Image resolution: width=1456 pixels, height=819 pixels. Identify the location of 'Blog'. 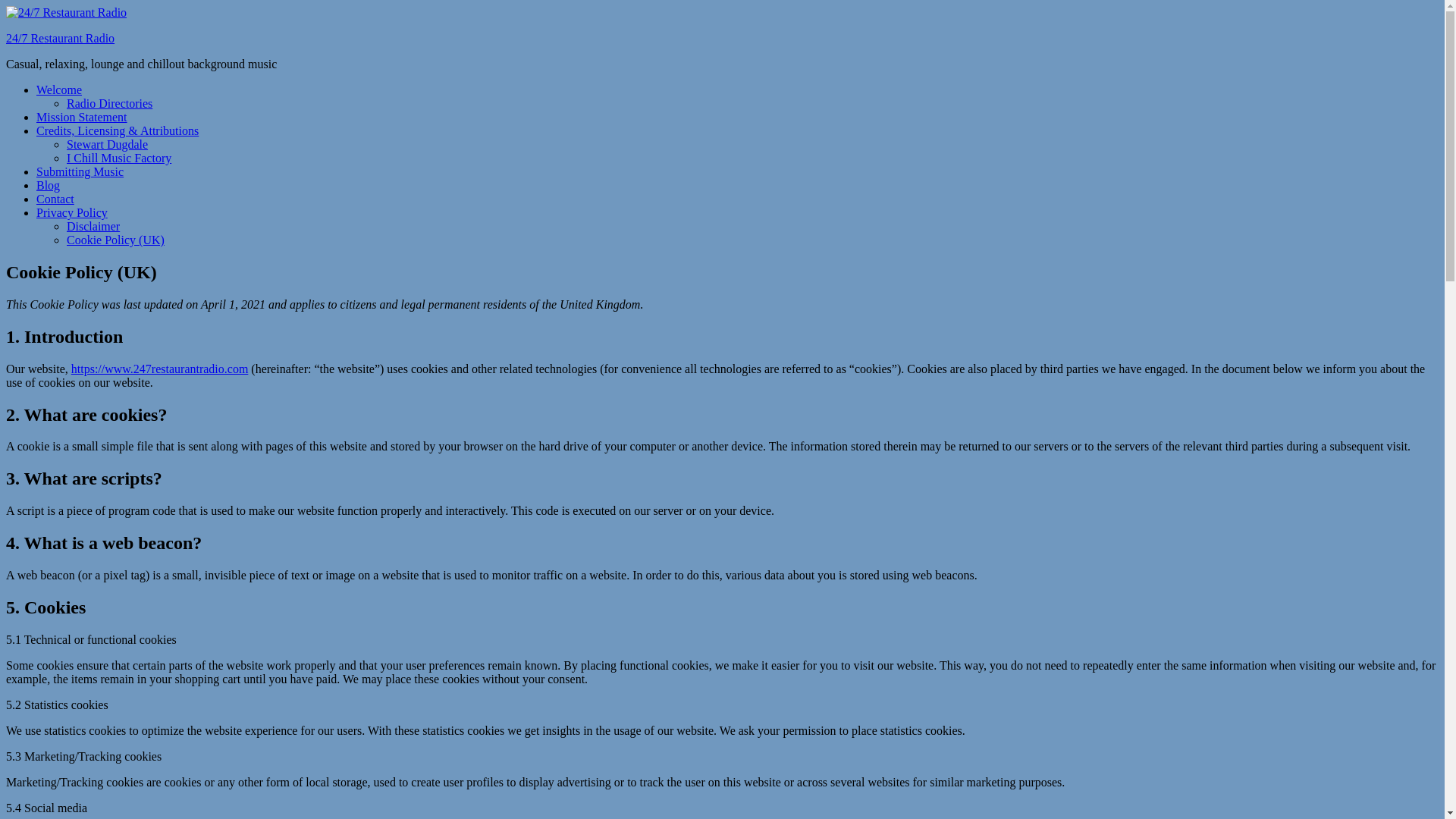
(48, 184).